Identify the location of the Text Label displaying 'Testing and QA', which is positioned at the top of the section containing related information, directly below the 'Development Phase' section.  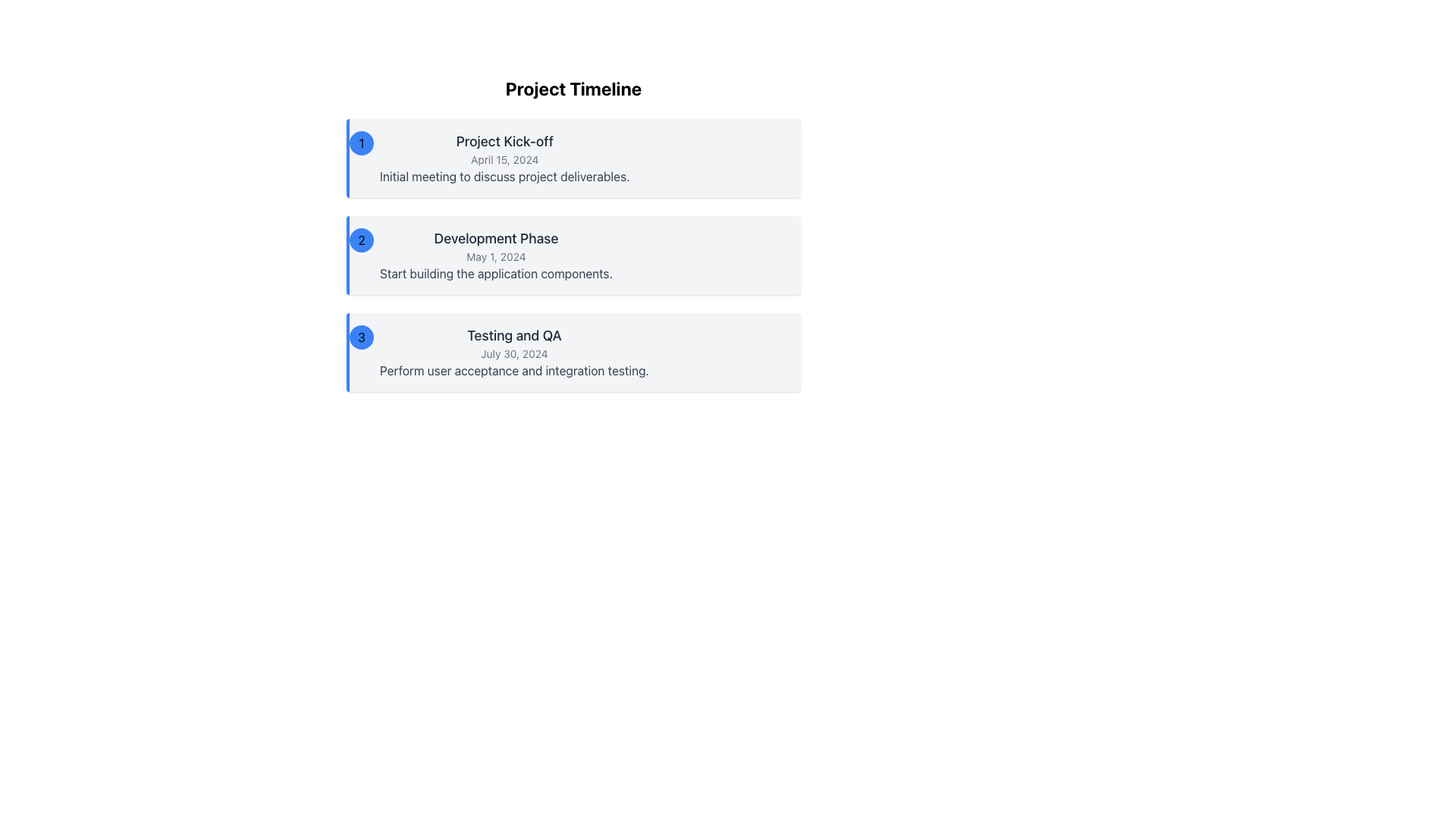
(514, 335).